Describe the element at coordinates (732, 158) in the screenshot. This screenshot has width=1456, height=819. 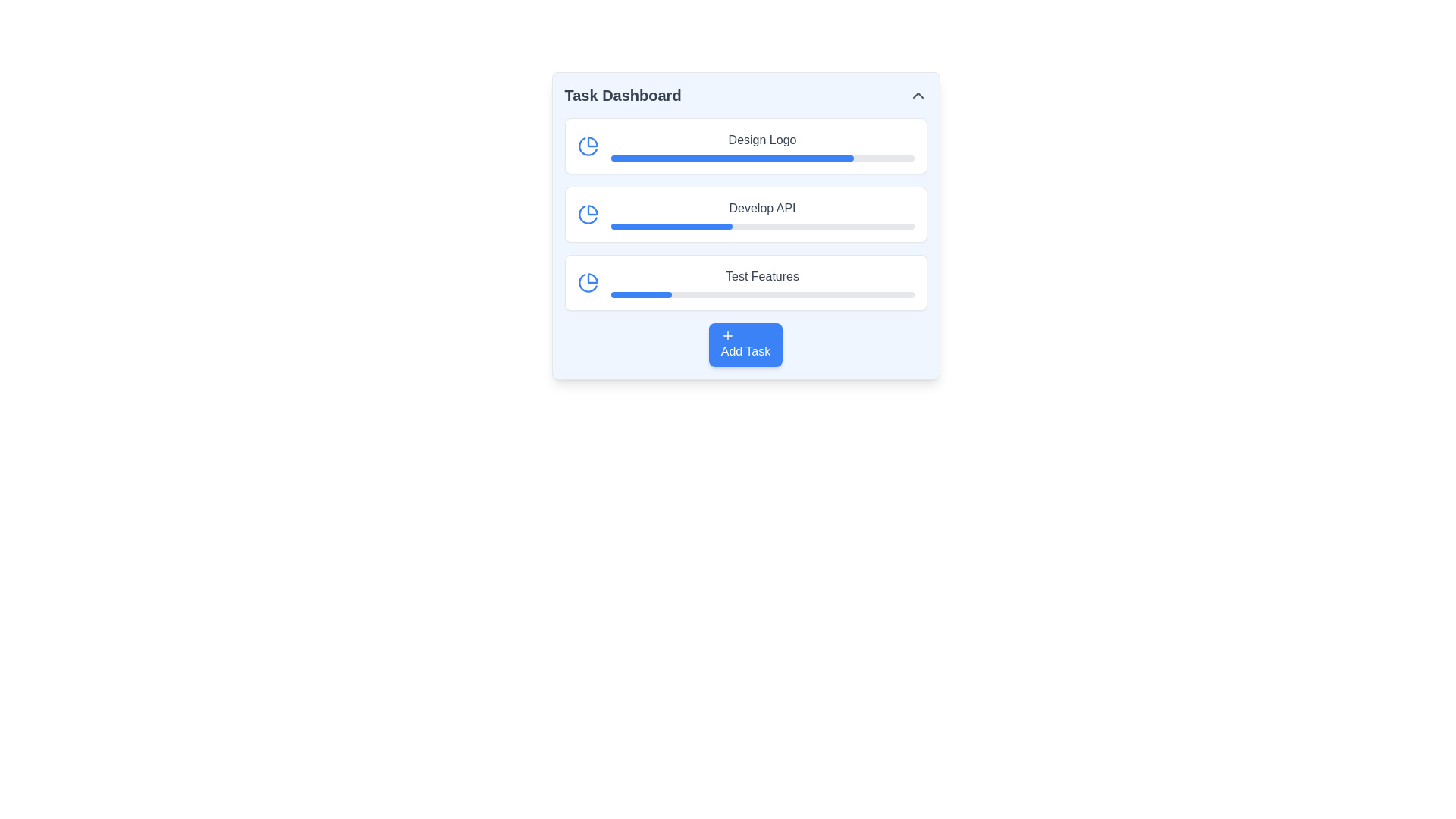
I see `the blue progress bar indicating the progress of the 'Design Logo' task within the 'Task Dashboard' interface` at that location.